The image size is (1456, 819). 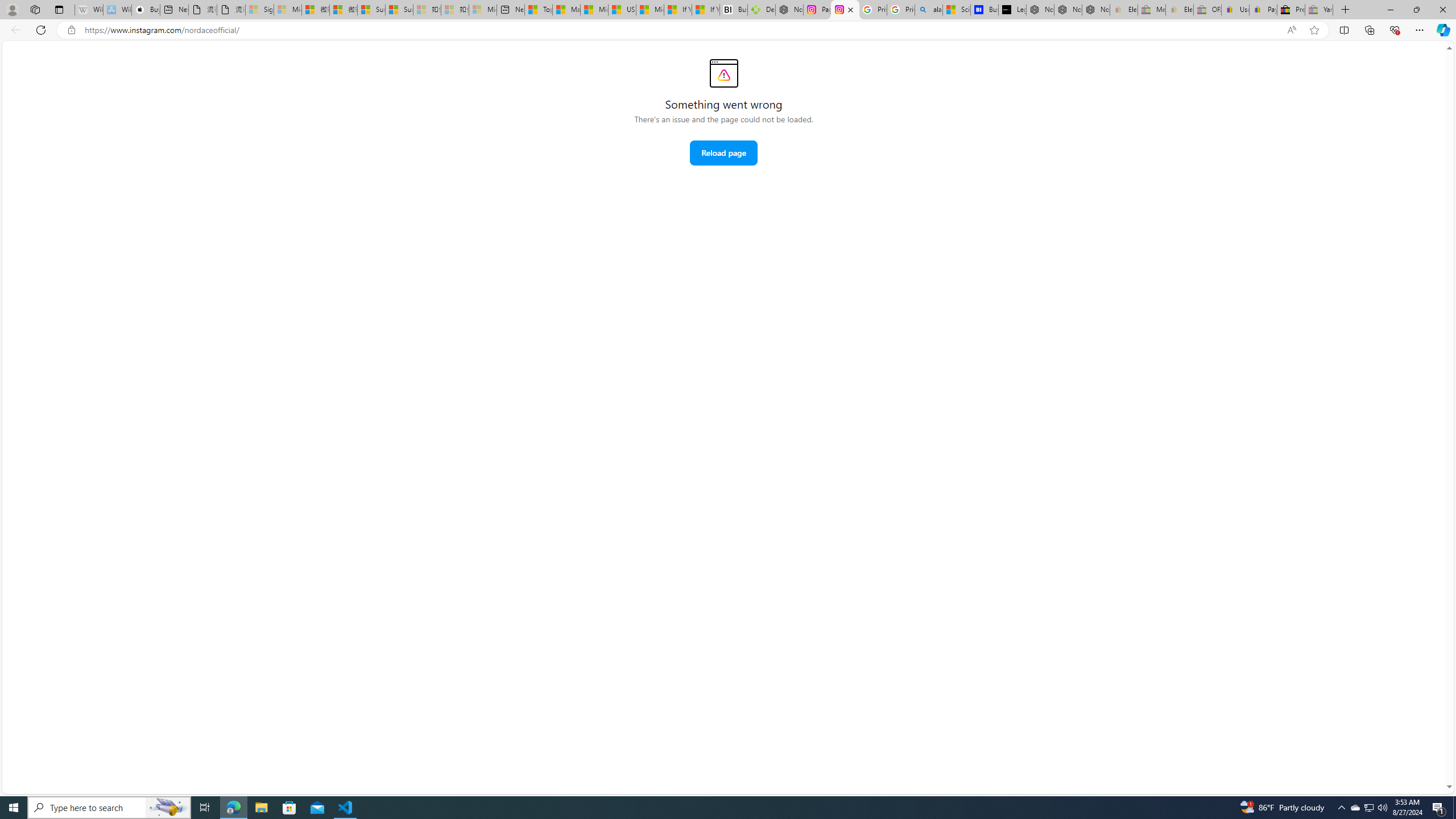 I want to click on 'alabama high school quarterback dies - Search', so click(x=928, y=9).